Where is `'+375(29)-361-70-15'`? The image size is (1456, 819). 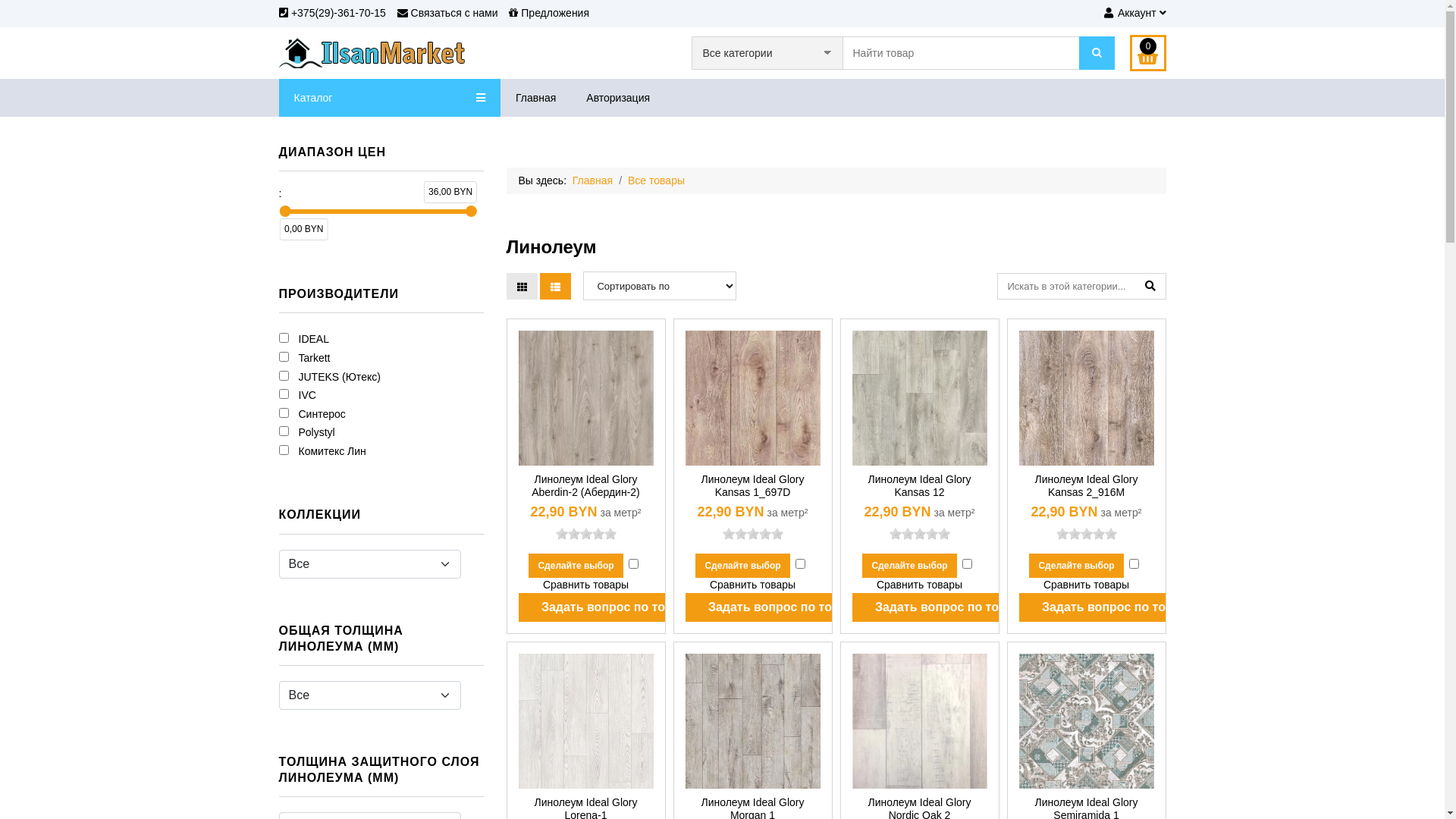 '+375(29)-361-70-15' is located at coordinates (331, 12).